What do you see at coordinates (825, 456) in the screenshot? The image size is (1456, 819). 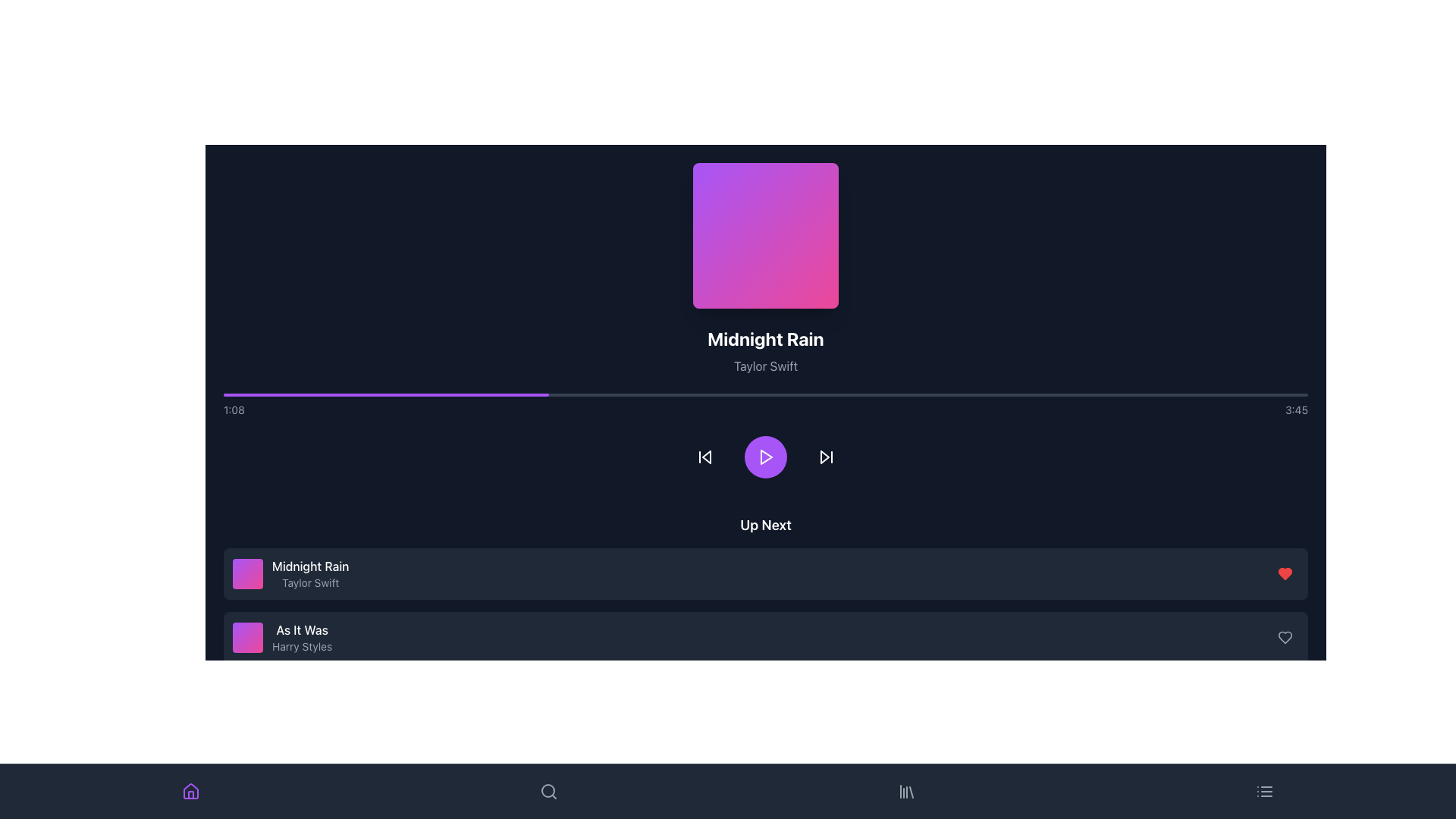 I see `the 'skip forward' button, which is the third button in the bottom center row` at bounding box center [825, 456].